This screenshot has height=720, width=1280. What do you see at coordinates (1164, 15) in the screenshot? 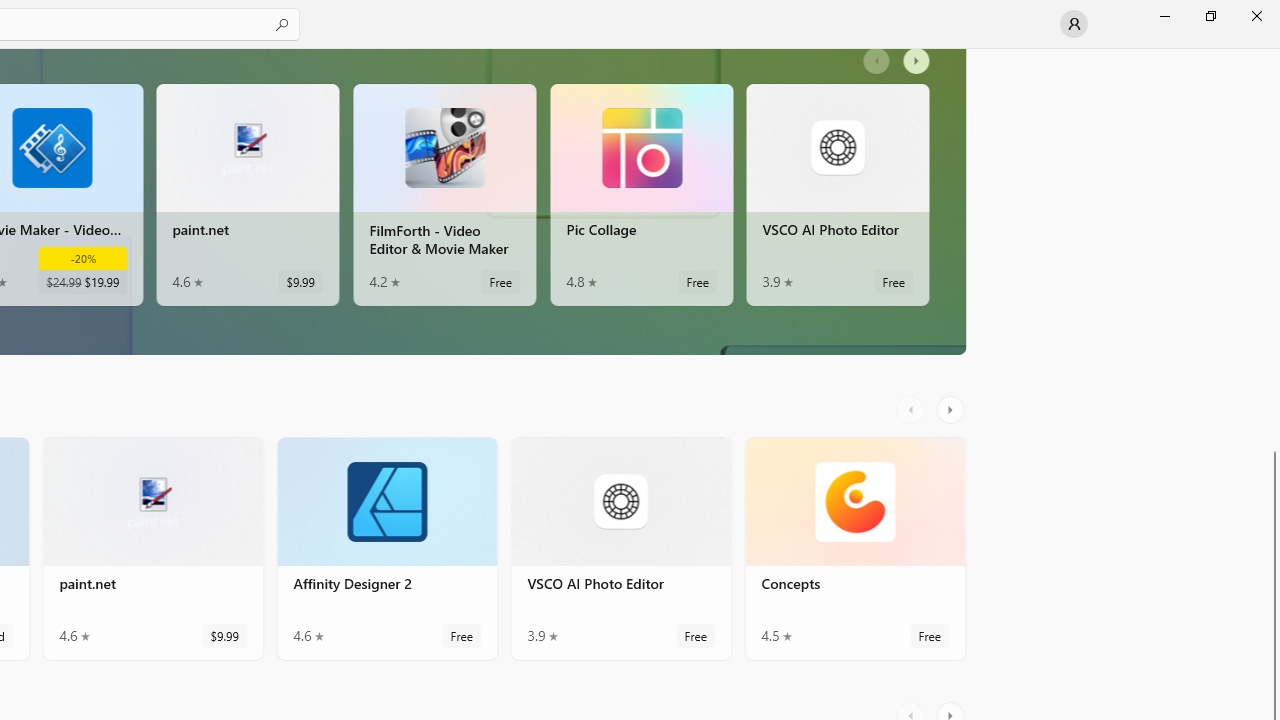
I see `'Minimize Microsoft Store'` at bounding box center [1164, 15].